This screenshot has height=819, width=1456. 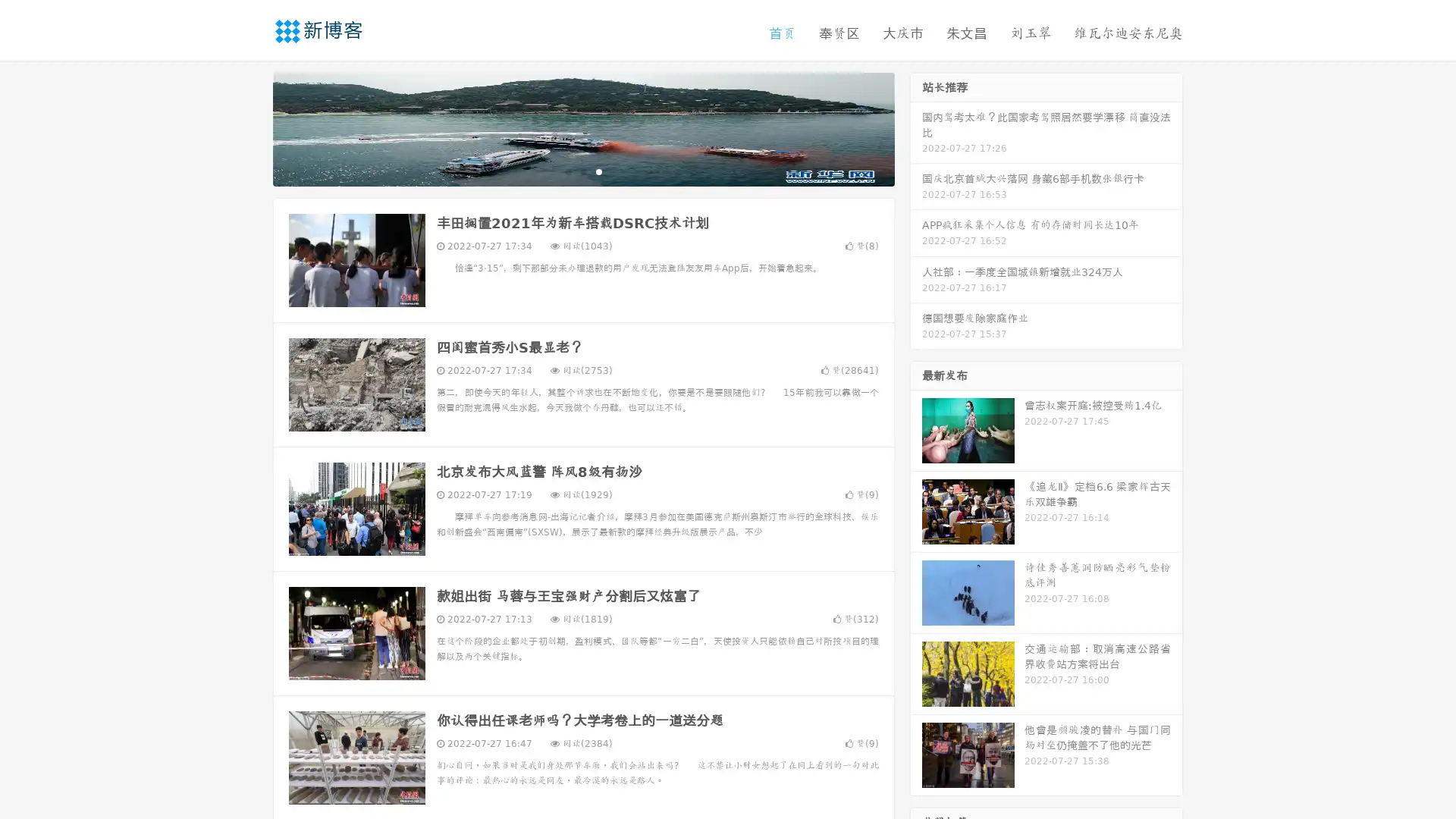 What do you see at coordinates (250, 127) in the screenshot?
I see `Previous slide` at bounding box center [250, 127].